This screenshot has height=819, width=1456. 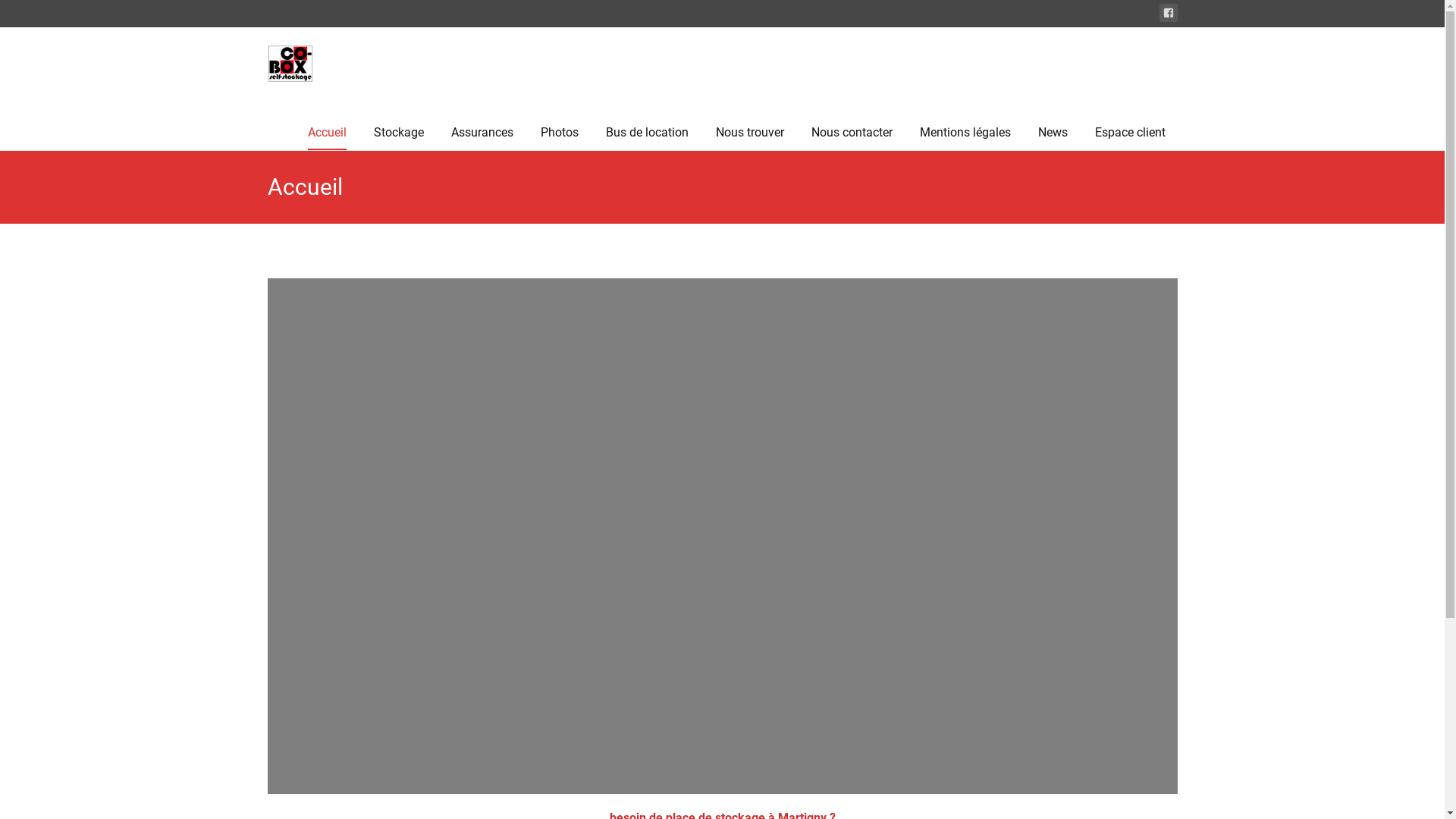 What do you see at coordinates (480, 131) in the screenshot?
I see `'Assurances'` at bounding box center [480, 131].